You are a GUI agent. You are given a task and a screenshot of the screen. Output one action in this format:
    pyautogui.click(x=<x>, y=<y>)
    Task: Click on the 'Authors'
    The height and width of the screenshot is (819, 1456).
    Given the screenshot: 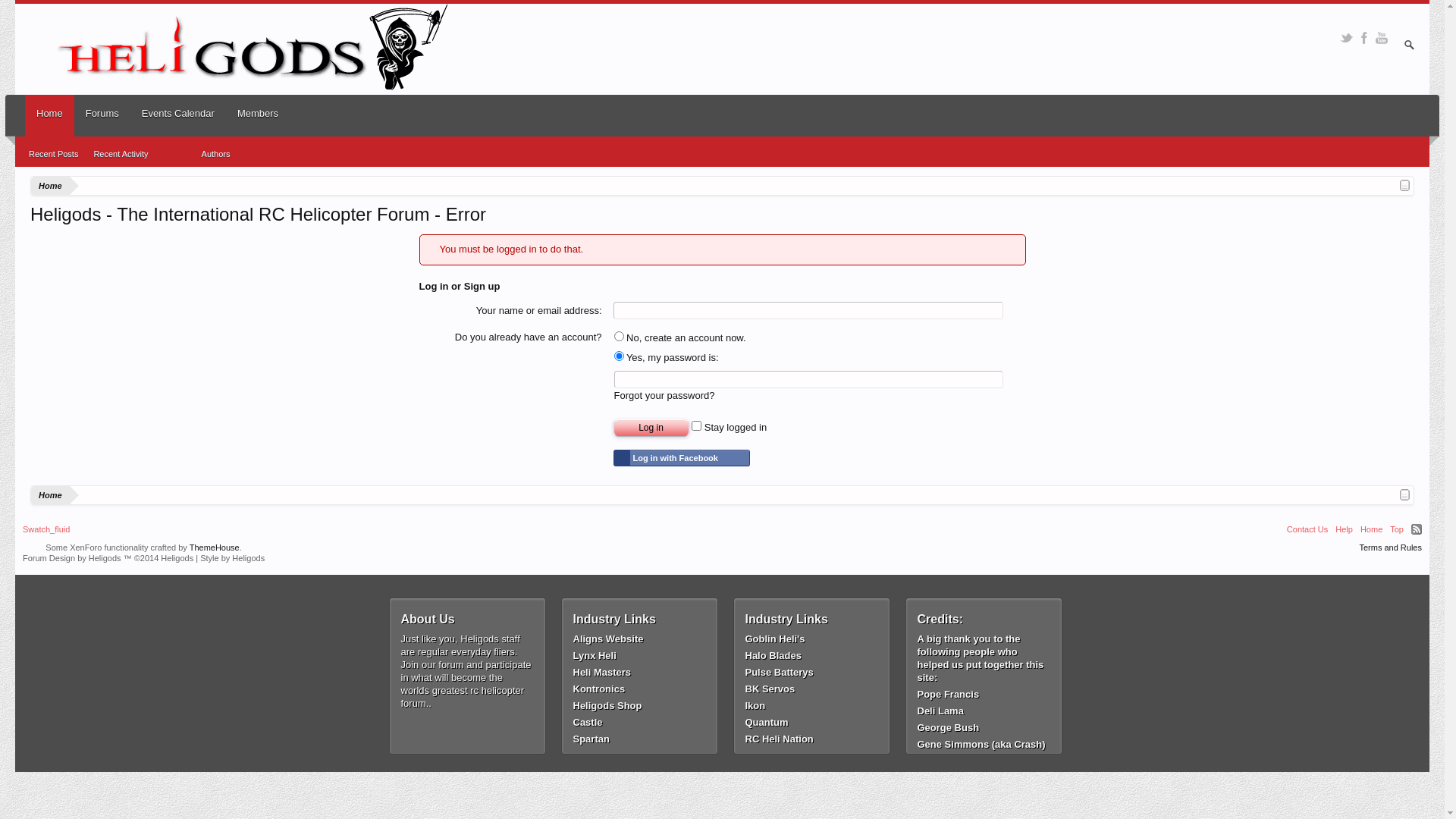 What is the action you would take?
    pyautogui.click(x=215, y=152)
    